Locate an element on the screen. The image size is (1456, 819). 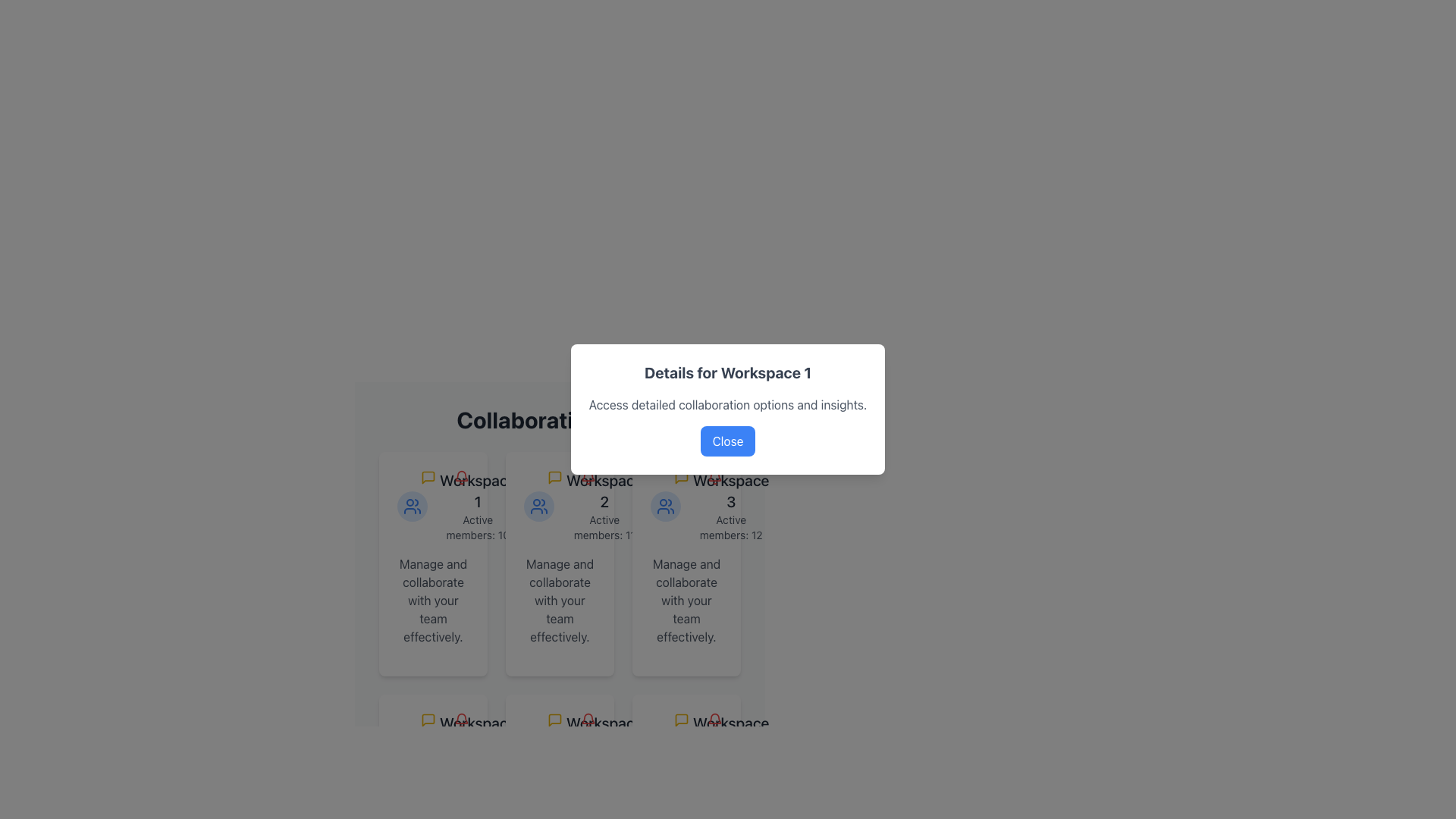
the Decorative Icon with two user outlines in blue color, located within the card titled 'Workspace 1' is located at coordinates (412, 506).